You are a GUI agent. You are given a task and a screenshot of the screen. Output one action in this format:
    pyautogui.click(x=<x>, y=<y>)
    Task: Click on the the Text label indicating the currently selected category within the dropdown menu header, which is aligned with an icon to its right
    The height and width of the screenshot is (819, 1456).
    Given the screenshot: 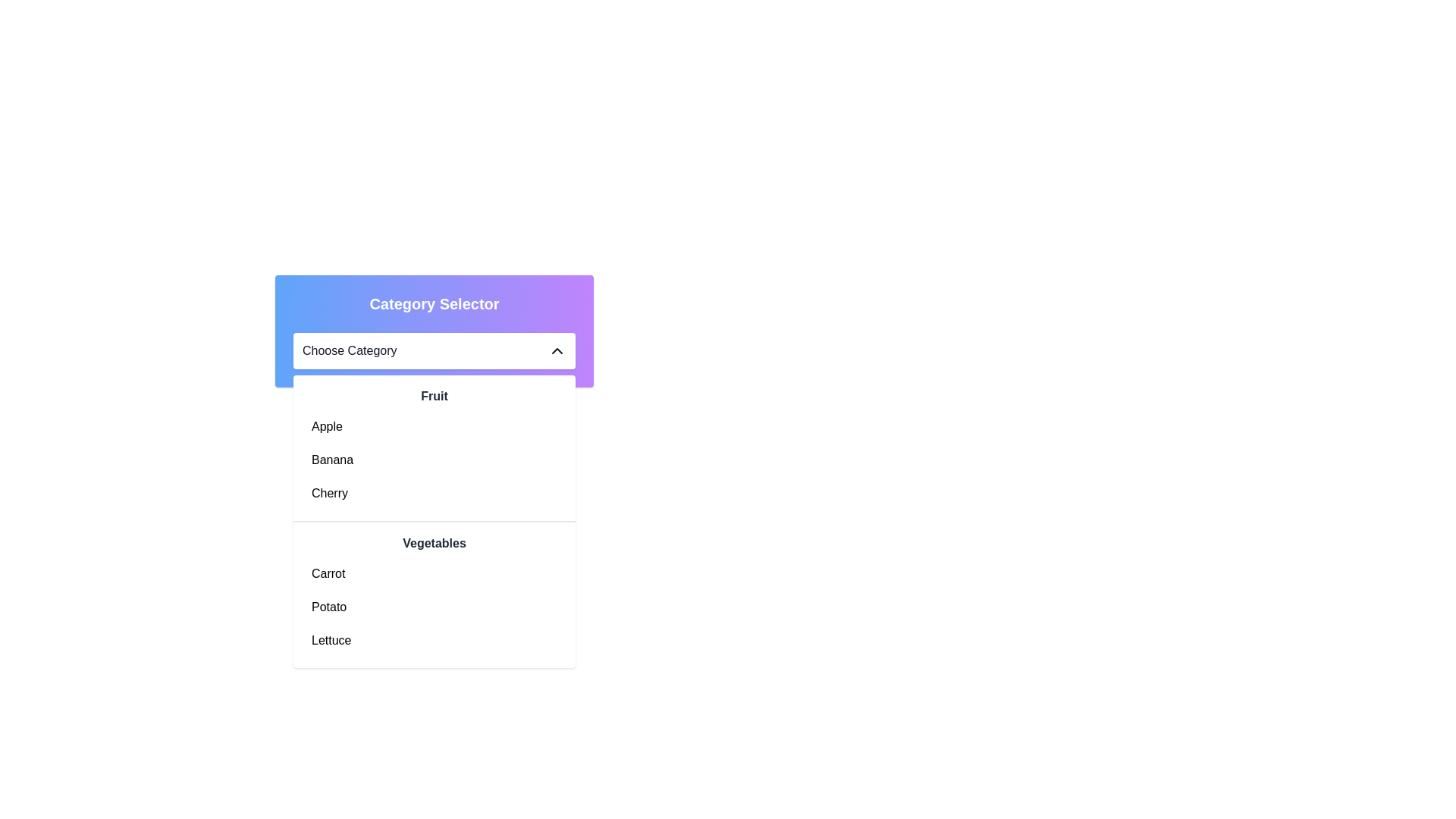 What is the action you would take?
    pyautogui.click(x=348, y=350)
    